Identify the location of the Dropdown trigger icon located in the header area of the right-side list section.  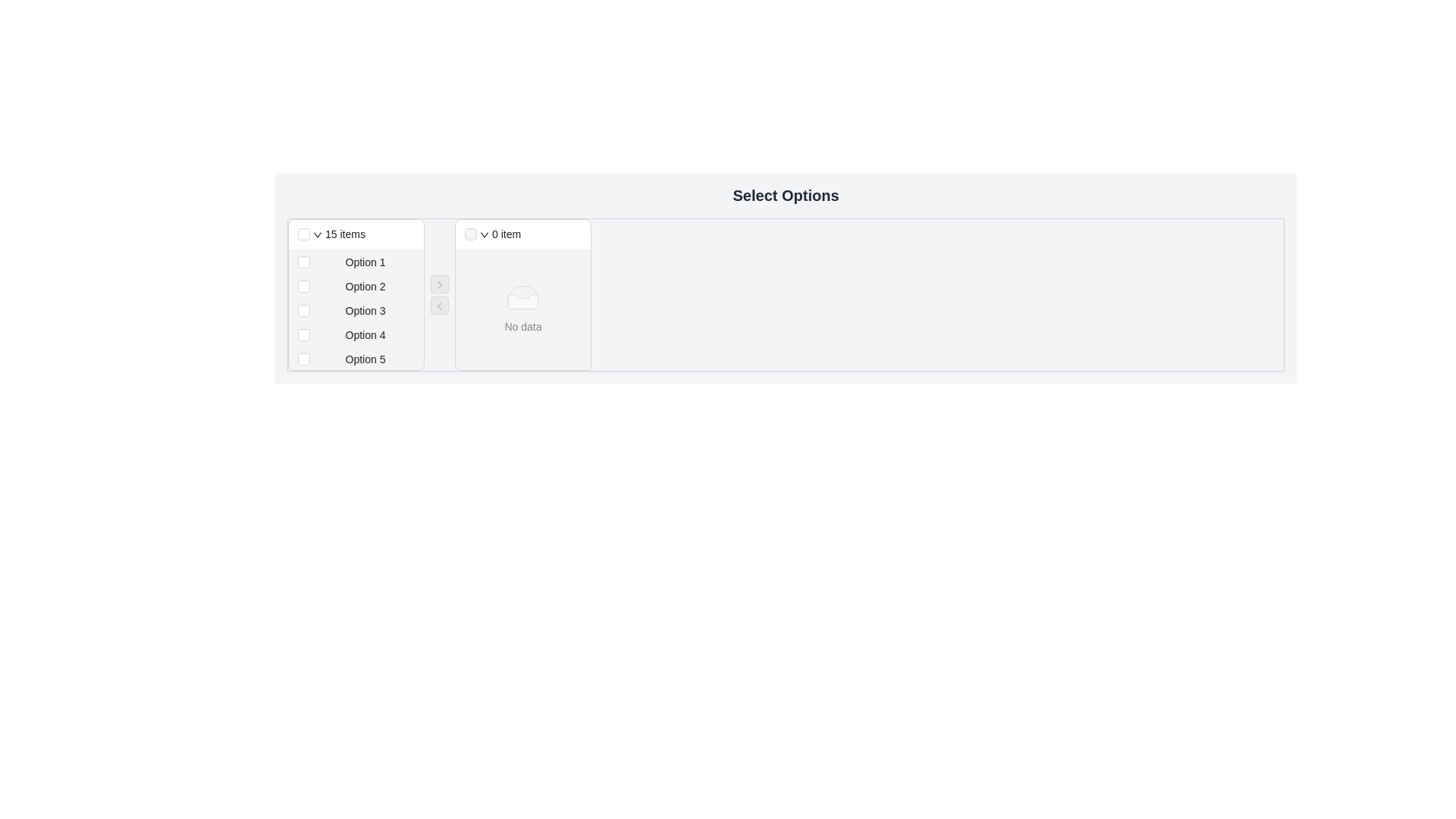
(483, 234).